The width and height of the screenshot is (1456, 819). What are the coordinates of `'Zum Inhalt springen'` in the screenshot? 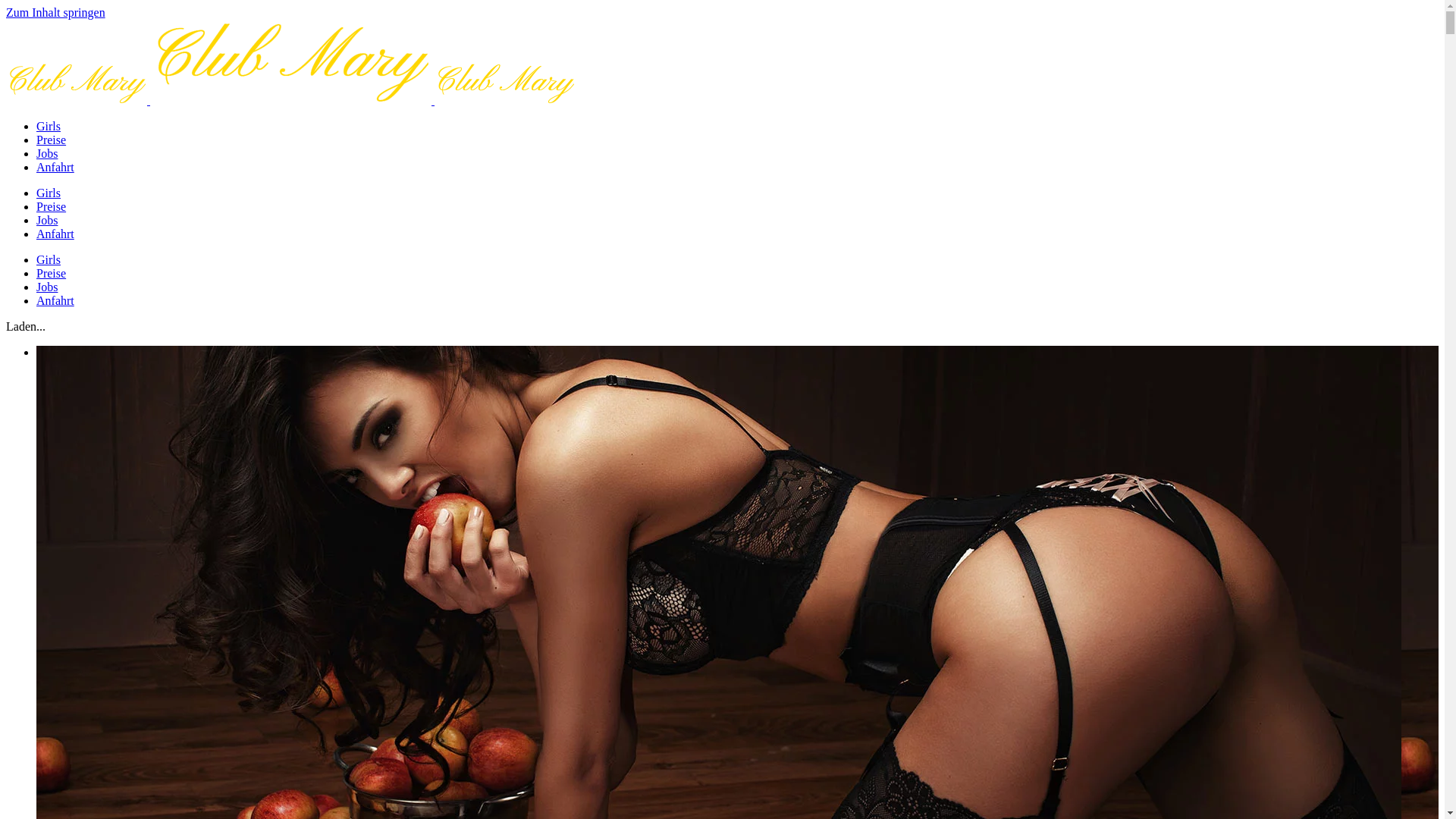 It's located at (6, 12).